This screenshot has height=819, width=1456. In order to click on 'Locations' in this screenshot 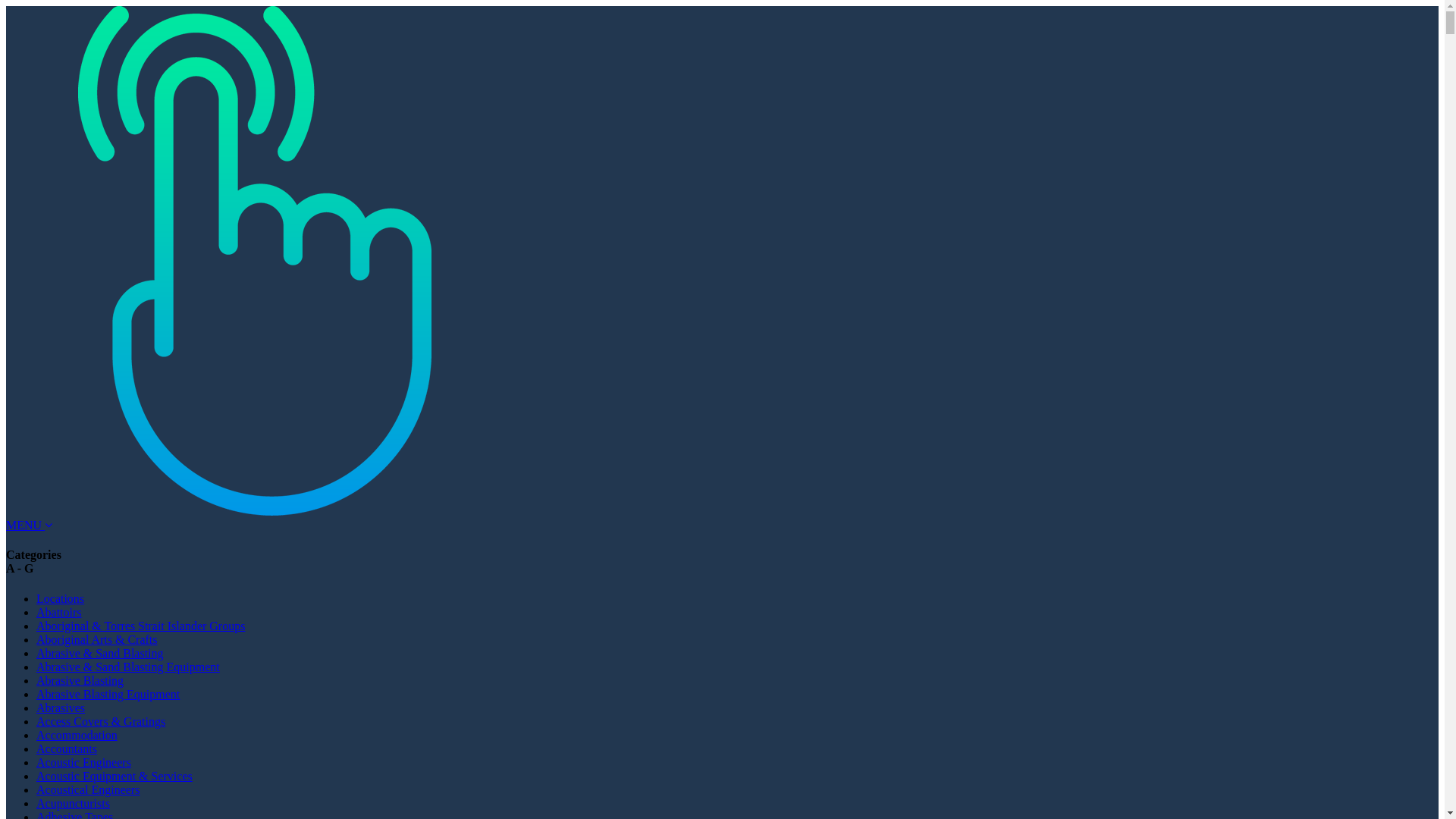, I will do `click(60, 598)`.